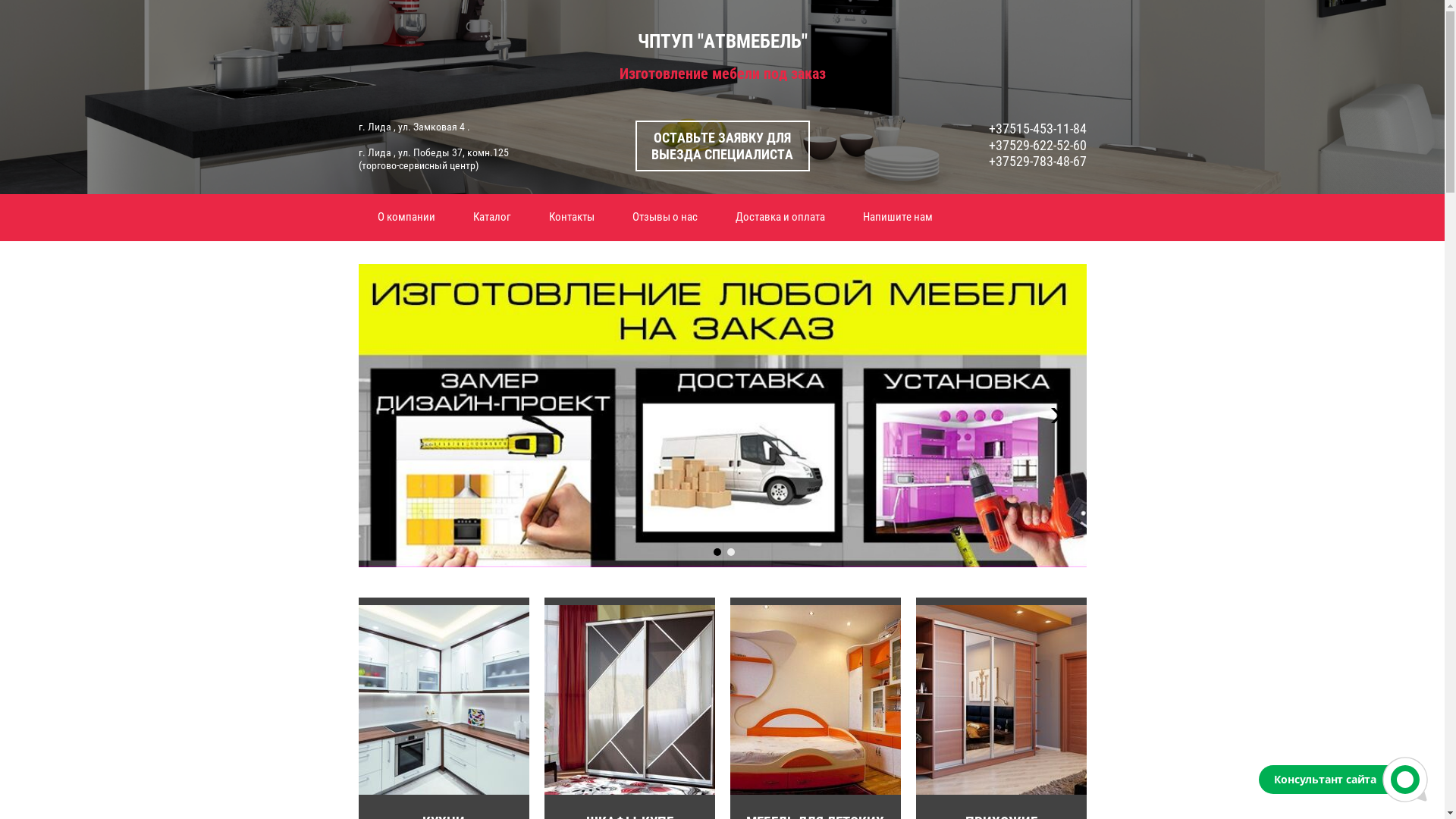  What do you see at coordinates (1037, 127) in the screenshot?
I see `'+37515-453-11-84'` at bounding box center [1037, 127].